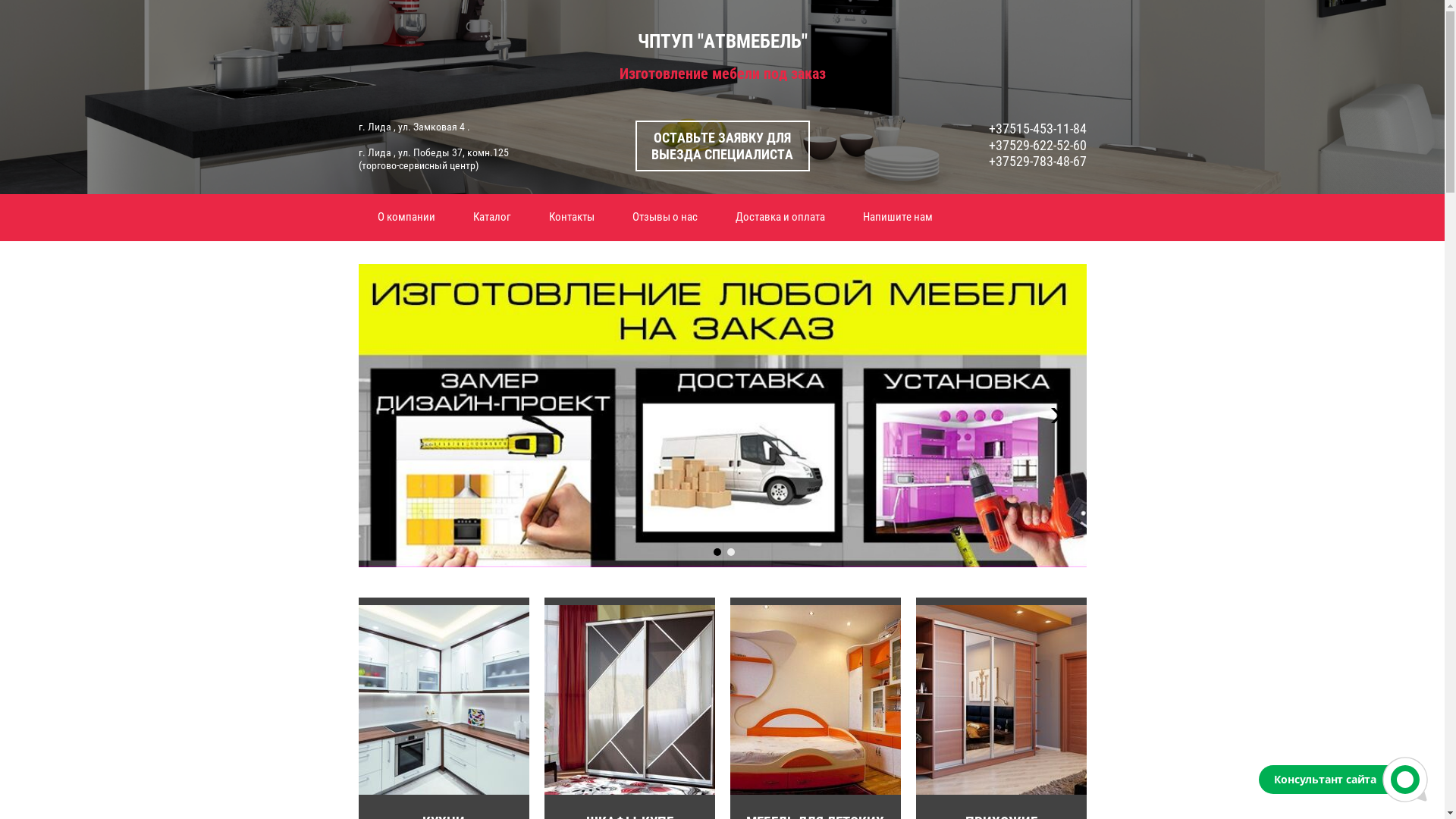  What do you see at coordinates (1037, 127) in the screenshot?
I see `'+37515-453-11-84'` at bounding box center [1037, 127].